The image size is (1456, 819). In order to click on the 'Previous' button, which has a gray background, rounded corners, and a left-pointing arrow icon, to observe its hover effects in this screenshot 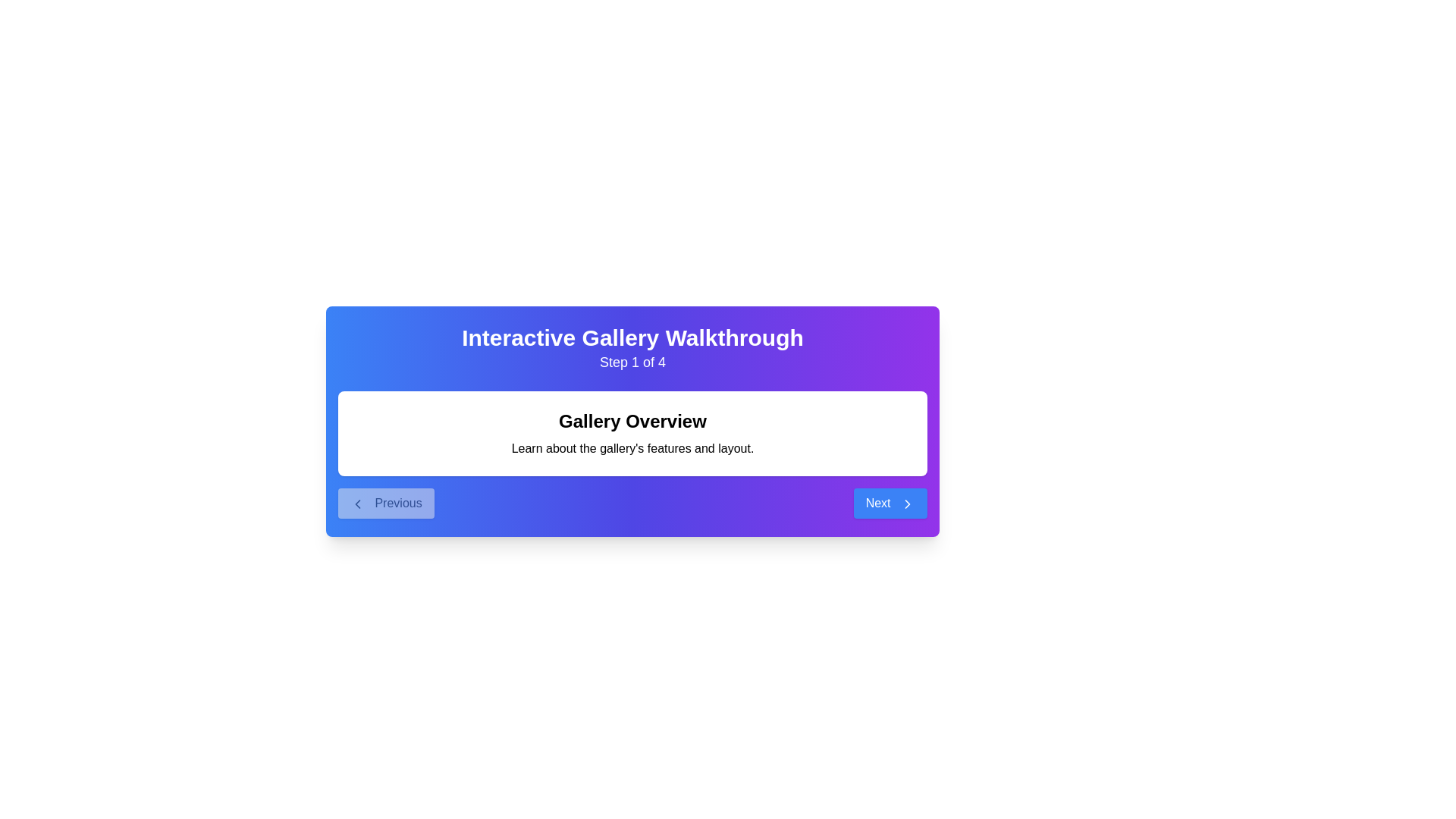, I will do `click(386, 503)`.